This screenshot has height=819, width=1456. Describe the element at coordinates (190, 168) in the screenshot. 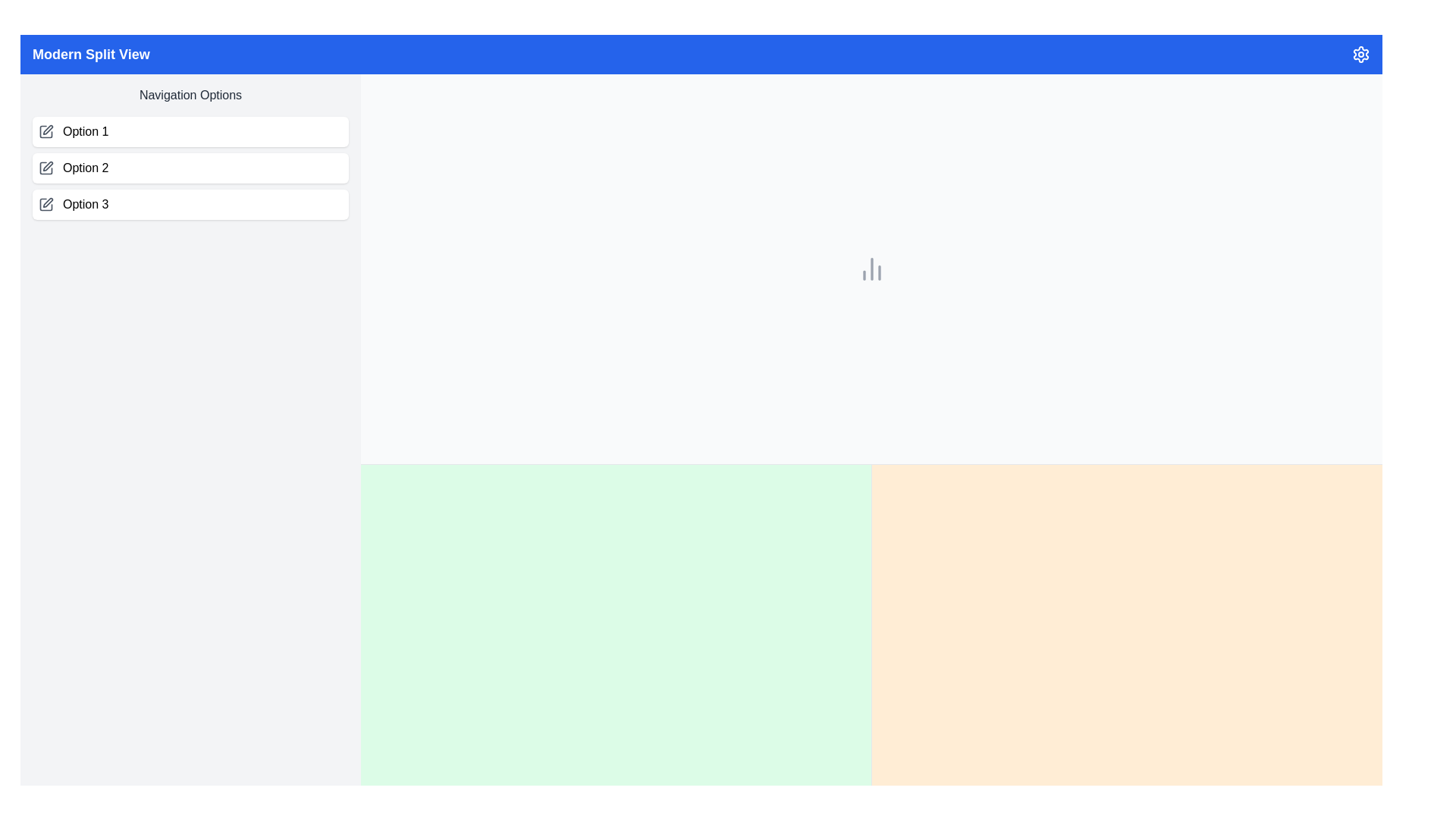

I see `the second button labeled 'Option 2' in the Button Group located in the left sidebar below 'Navigation Options'` at that location.